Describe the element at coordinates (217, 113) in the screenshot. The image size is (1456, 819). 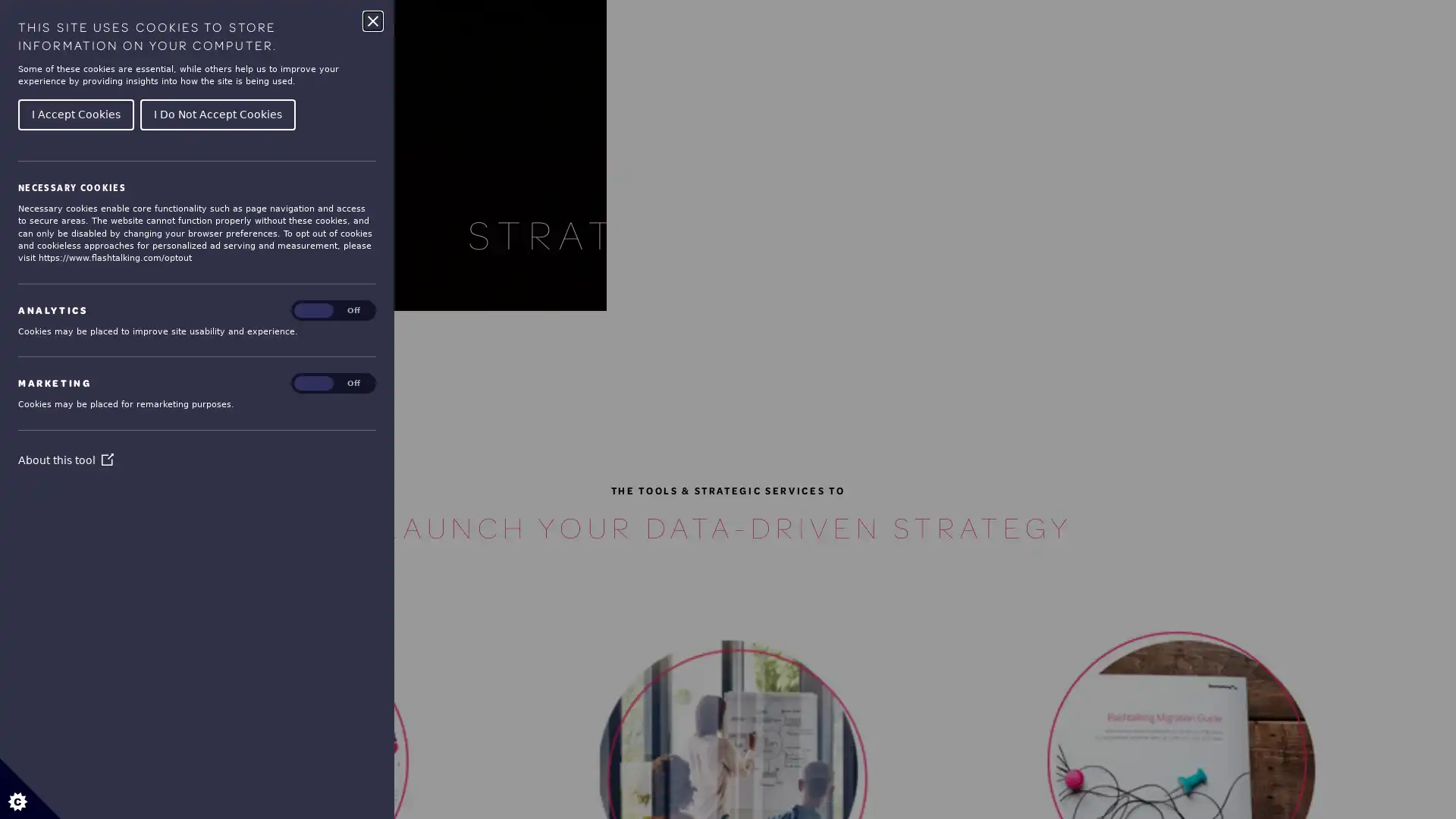
I see `I Do Not Accept Cookies` at that location.